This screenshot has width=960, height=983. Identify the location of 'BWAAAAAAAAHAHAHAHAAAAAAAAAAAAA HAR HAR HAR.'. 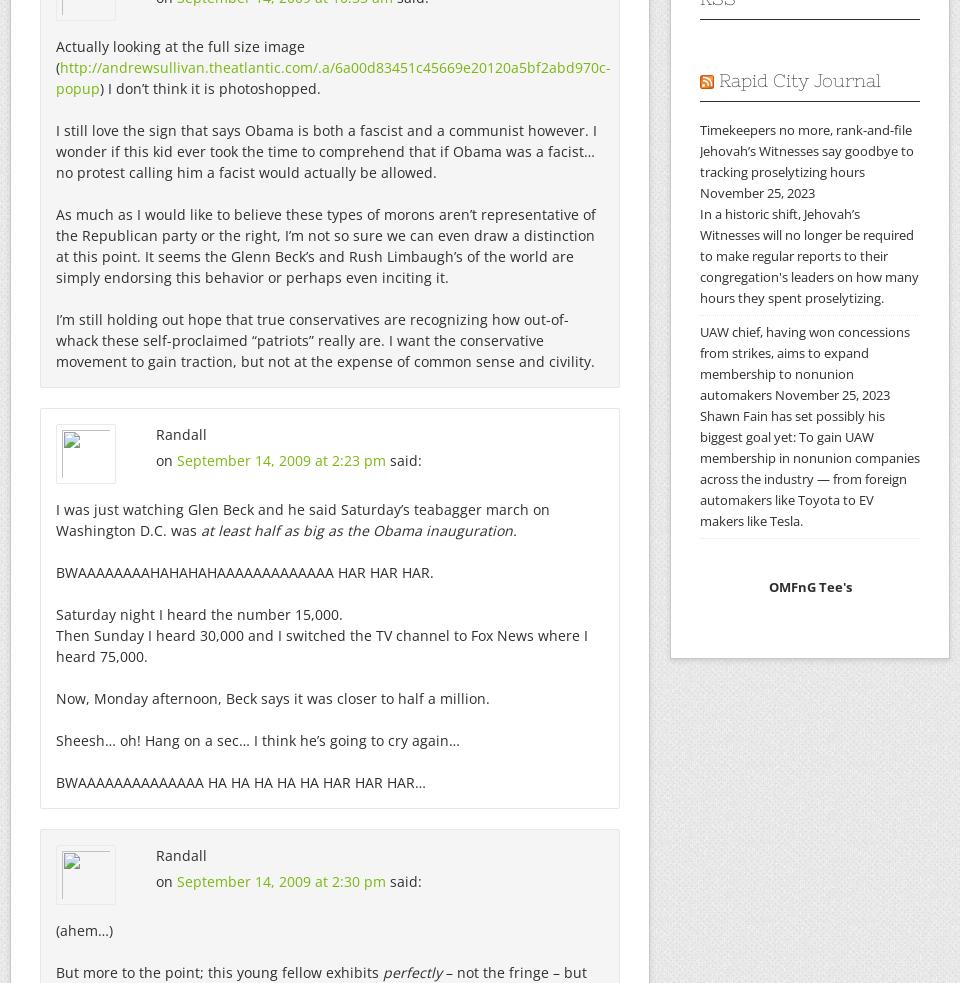
(243, 572).